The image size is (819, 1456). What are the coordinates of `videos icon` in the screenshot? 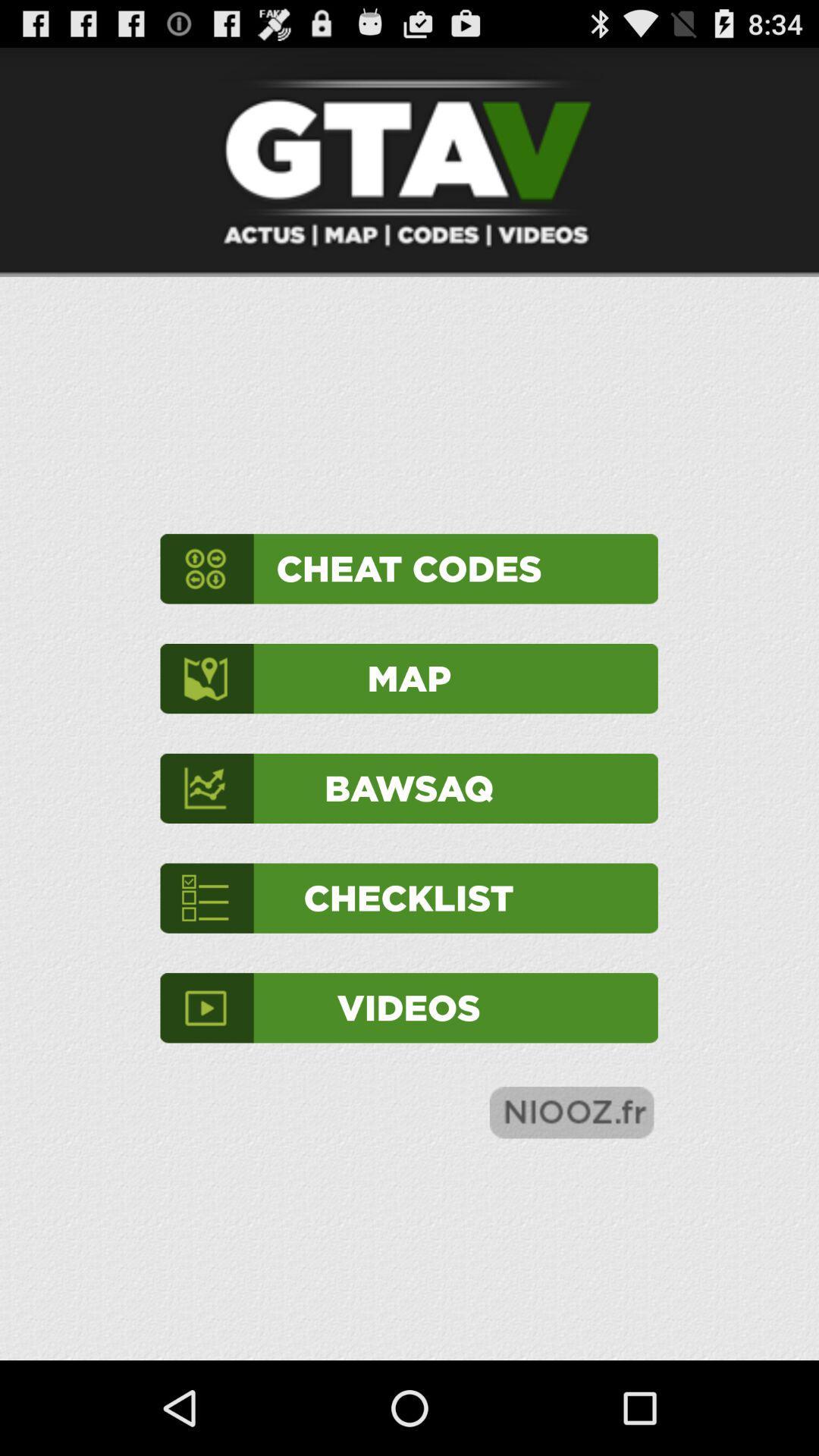 It's located at (408, 1008).